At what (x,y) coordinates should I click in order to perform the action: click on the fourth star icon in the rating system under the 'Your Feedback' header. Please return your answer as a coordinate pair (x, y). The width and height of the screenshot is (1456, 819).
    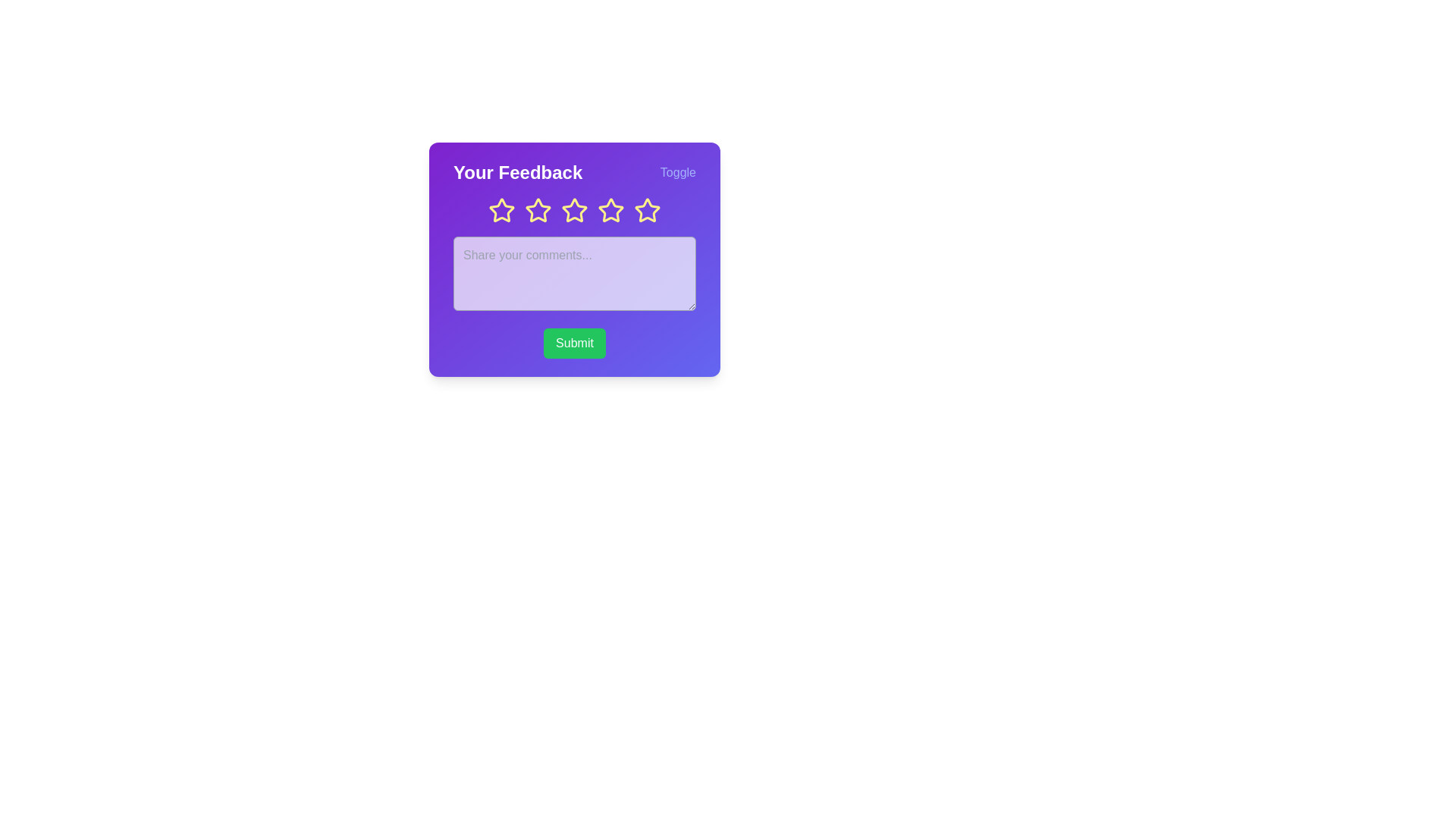
    Looking at the image, I should click on (574, 210).